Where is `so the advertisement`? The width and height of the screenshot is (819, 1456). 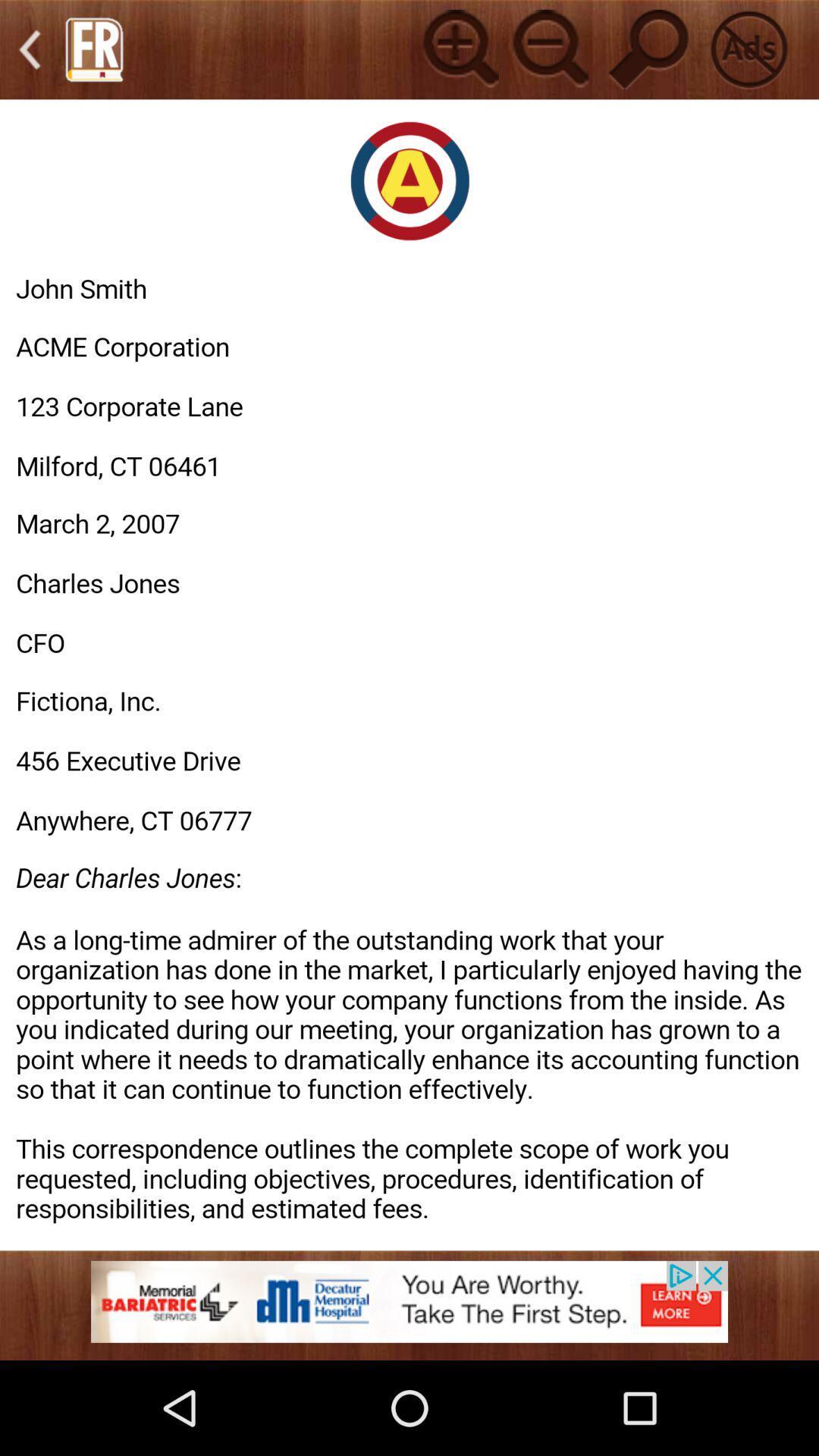
so the advertisement is located at coordinates (409, 1310).